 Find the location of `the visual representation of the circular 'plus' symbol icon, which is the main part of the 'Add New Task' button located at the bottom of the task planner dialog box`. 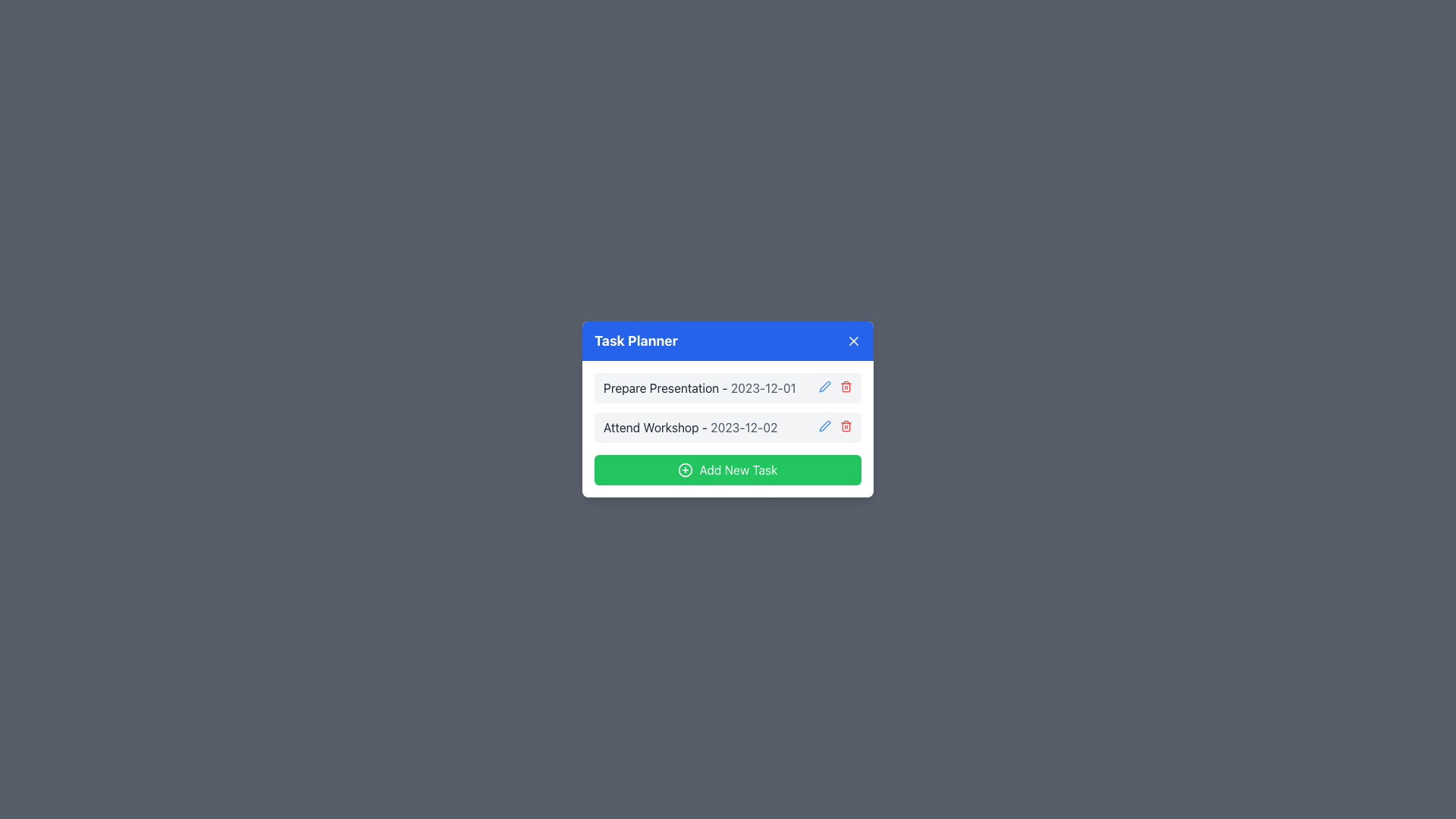

the visual representation of the circular 'plus' symbol icon, which is the main part of the 'Add New Task' button located at the bottom of the task planner dialog box is located at coordinates (685, 469).